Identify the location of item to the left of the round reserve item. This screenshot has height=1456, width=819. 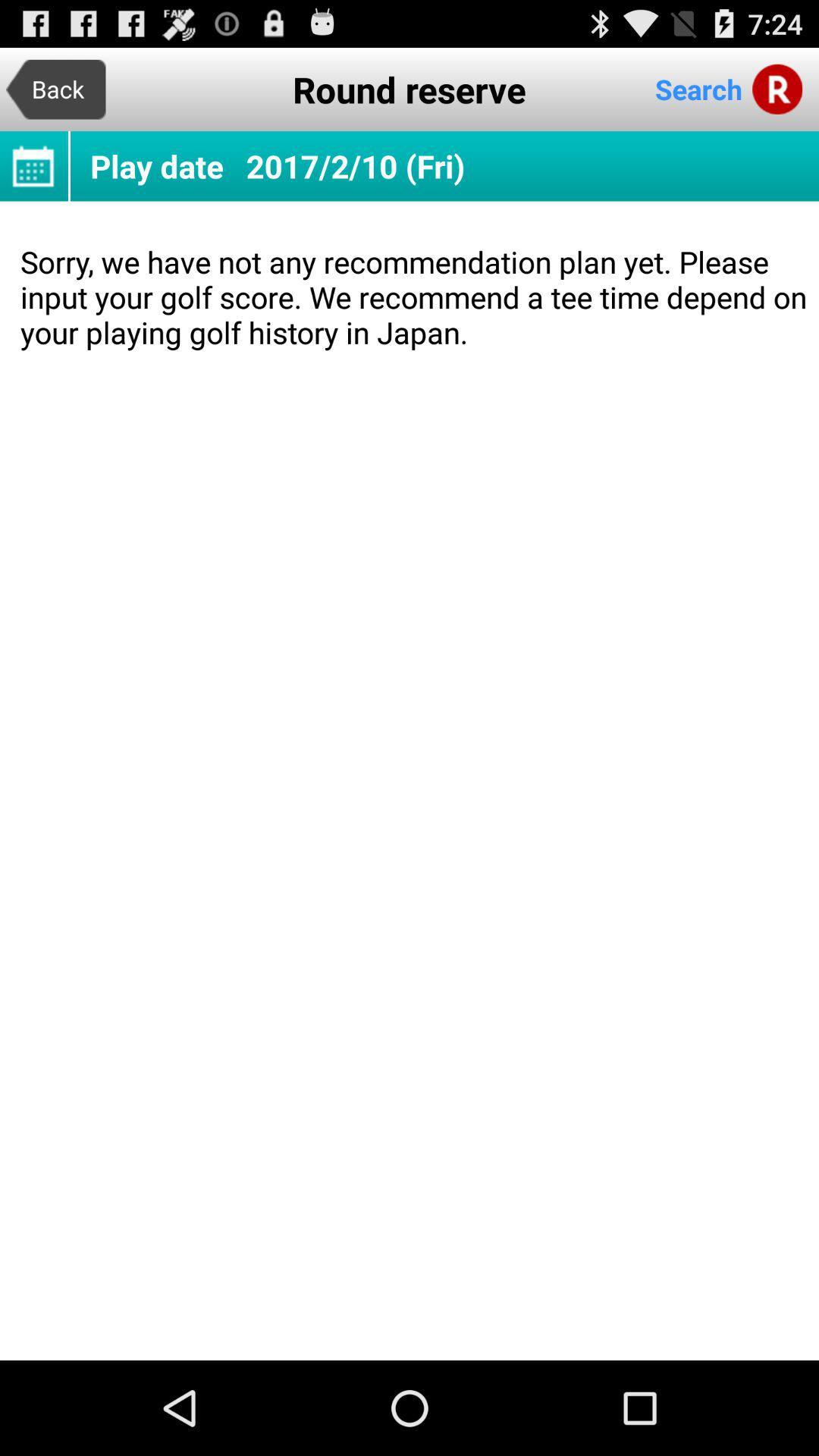
(55, 89).